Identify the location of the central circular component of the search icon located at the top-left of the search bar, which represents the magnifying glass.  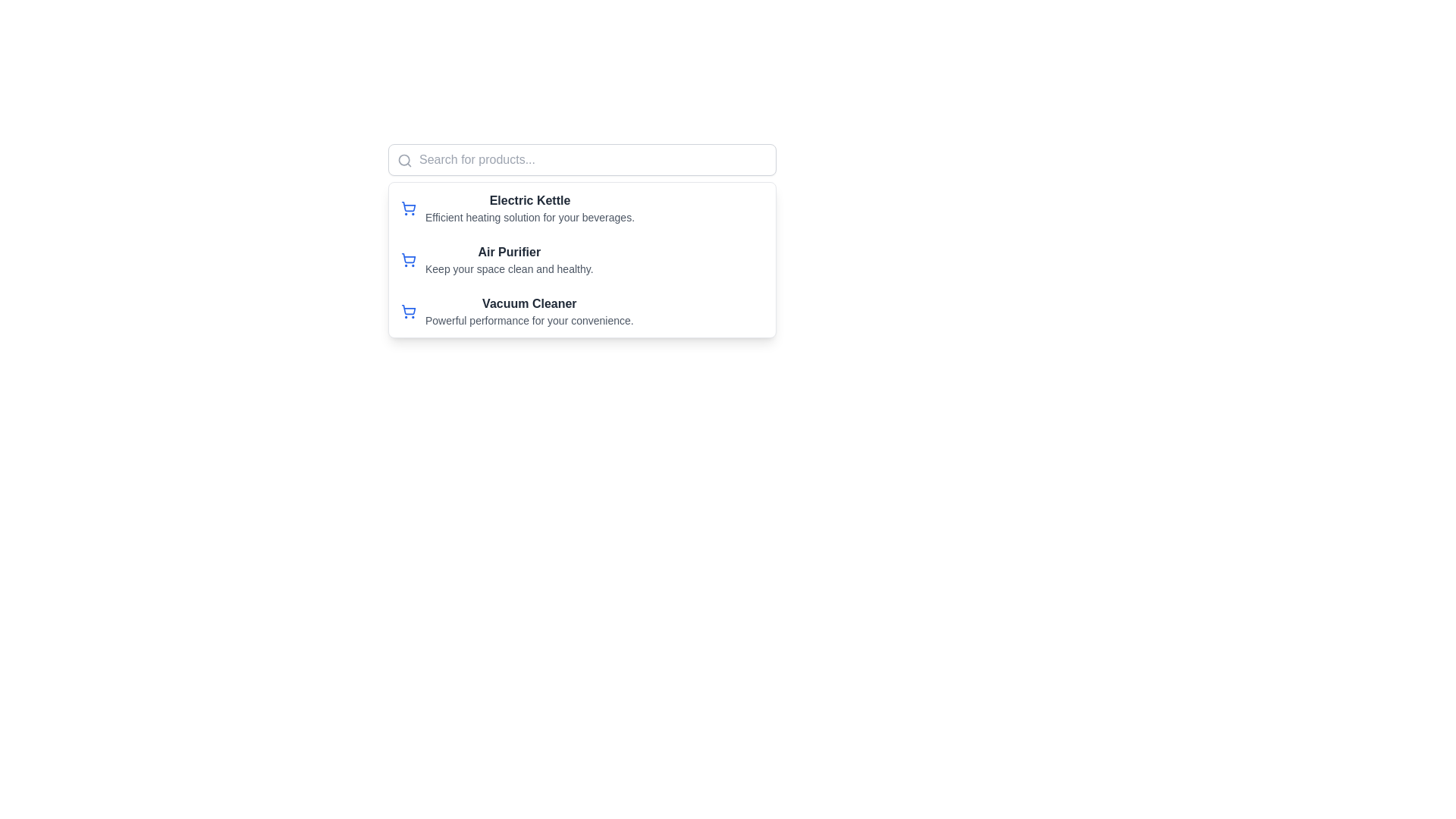
(404, 160).